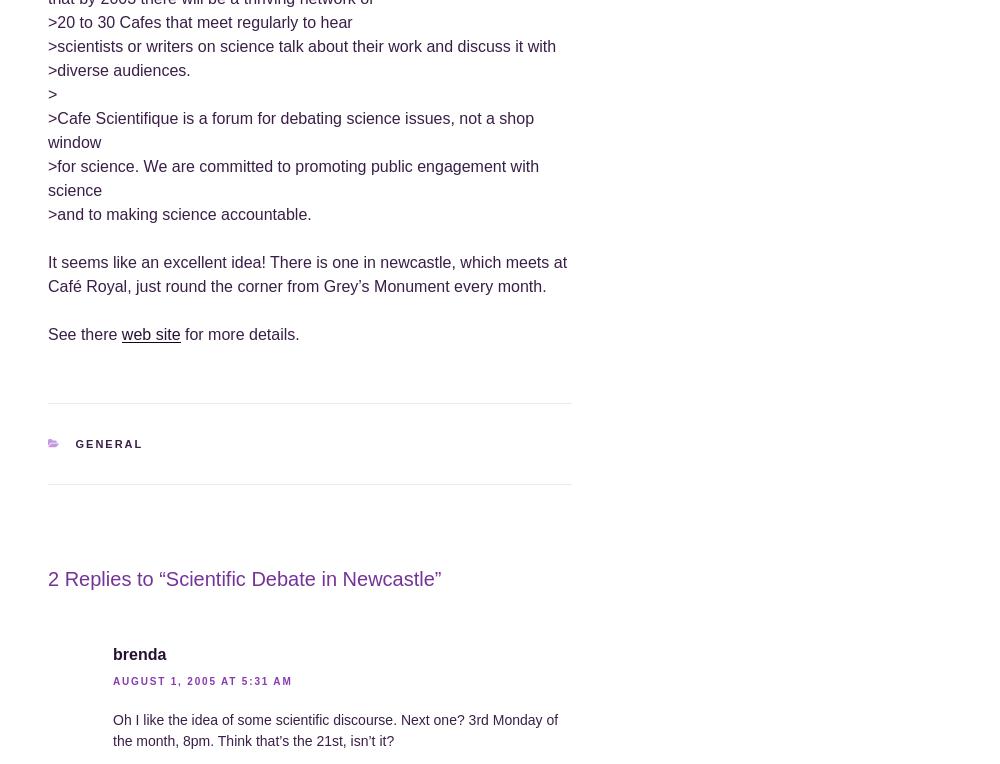 The width and height of the screenshot is (1000, 764). I want to click on '>', so click(52, 93).